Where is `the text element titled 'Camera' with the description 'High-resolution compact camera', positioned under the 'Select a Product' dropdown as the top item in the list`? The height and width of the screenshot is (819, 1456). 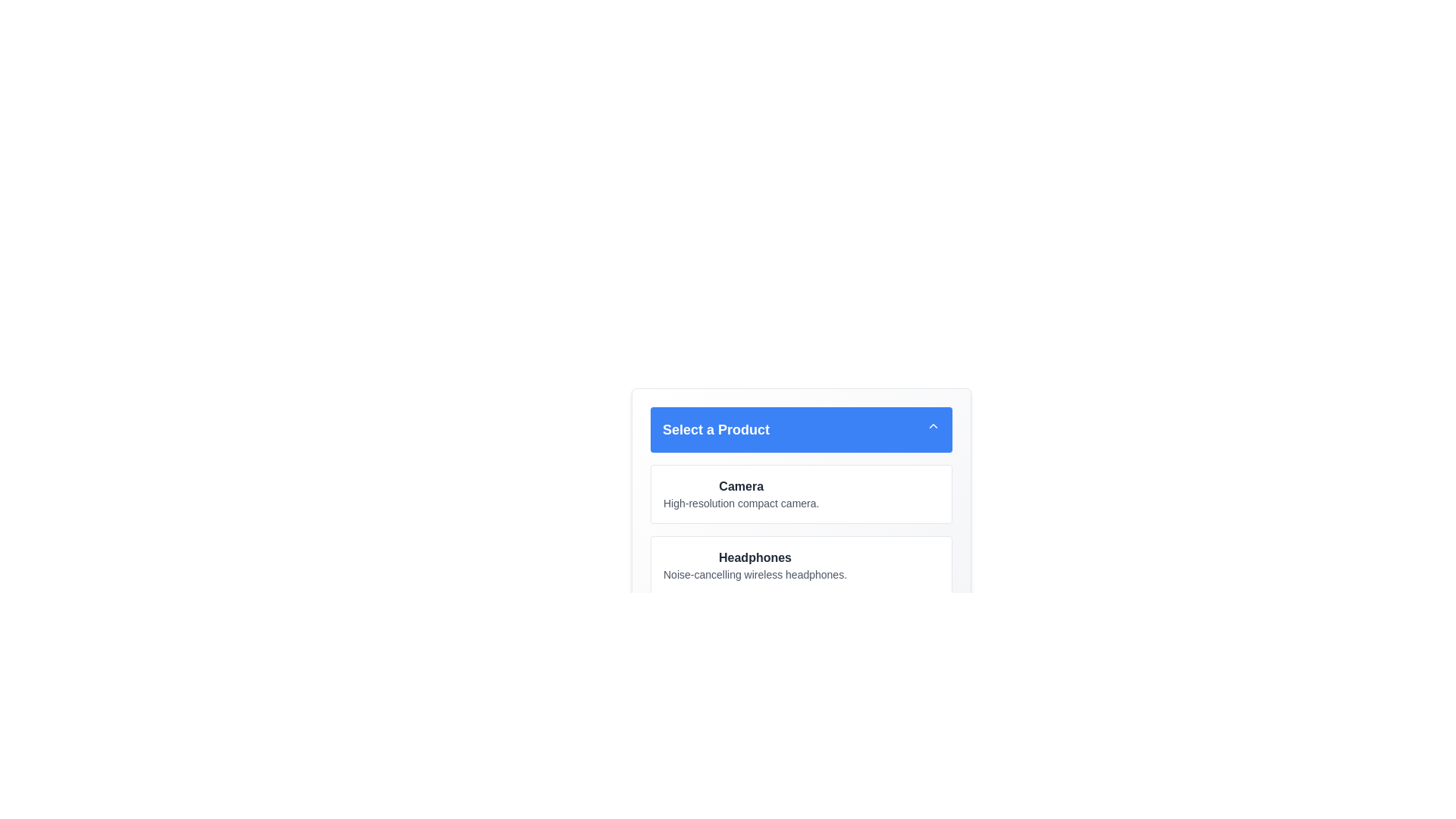
the text element titled 'Camera' with the description 'High-resolution compact camera', positioned under the 'Select a Product' dropdown as the top item in the list is located at coordinates (741, 494).